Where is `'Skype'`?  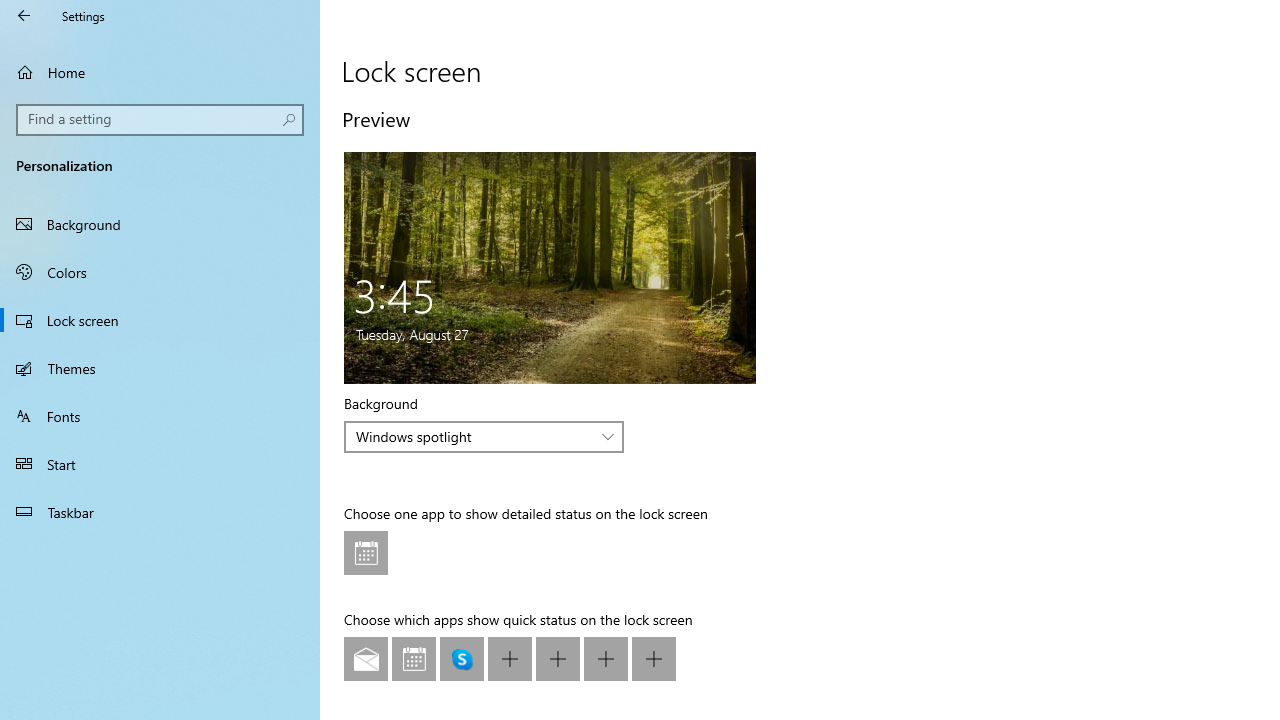
'Skype' is located at coordinates (461, 659).